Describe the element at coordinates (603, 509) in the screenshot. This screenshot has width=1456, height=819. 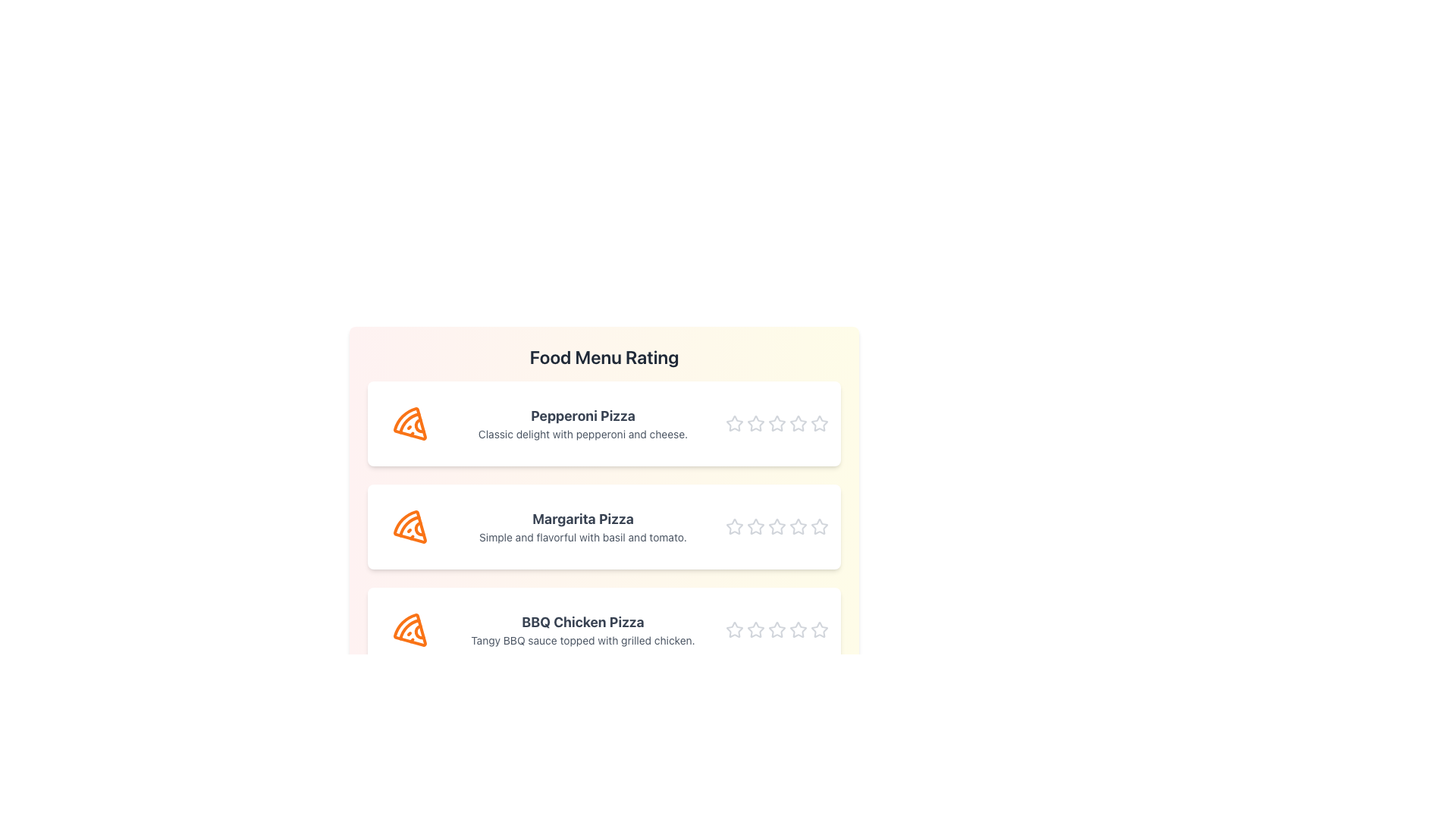
I see `the title and description of the Margarita Pizza, the second entry in the Food Menu Rating list, which includes an interactive star rating system` at that location.